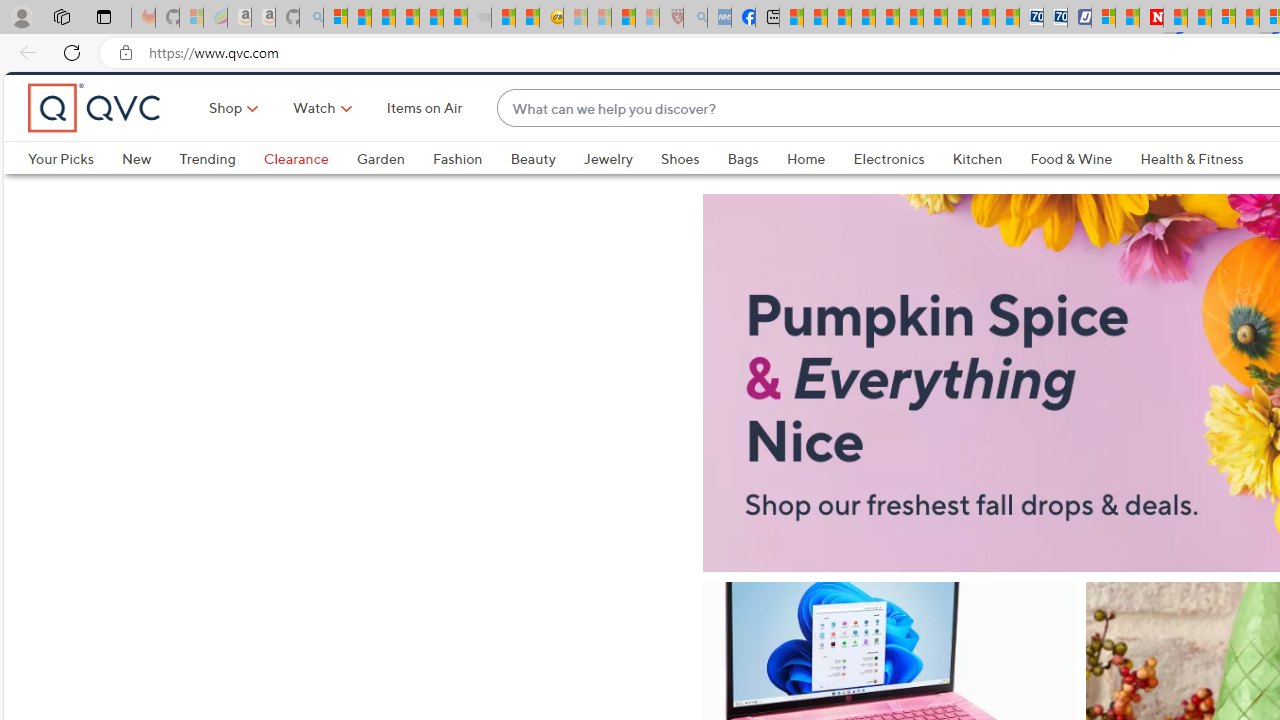  I want to click on 'Cheap Hotels - Save70.com', so click(1055, 17).